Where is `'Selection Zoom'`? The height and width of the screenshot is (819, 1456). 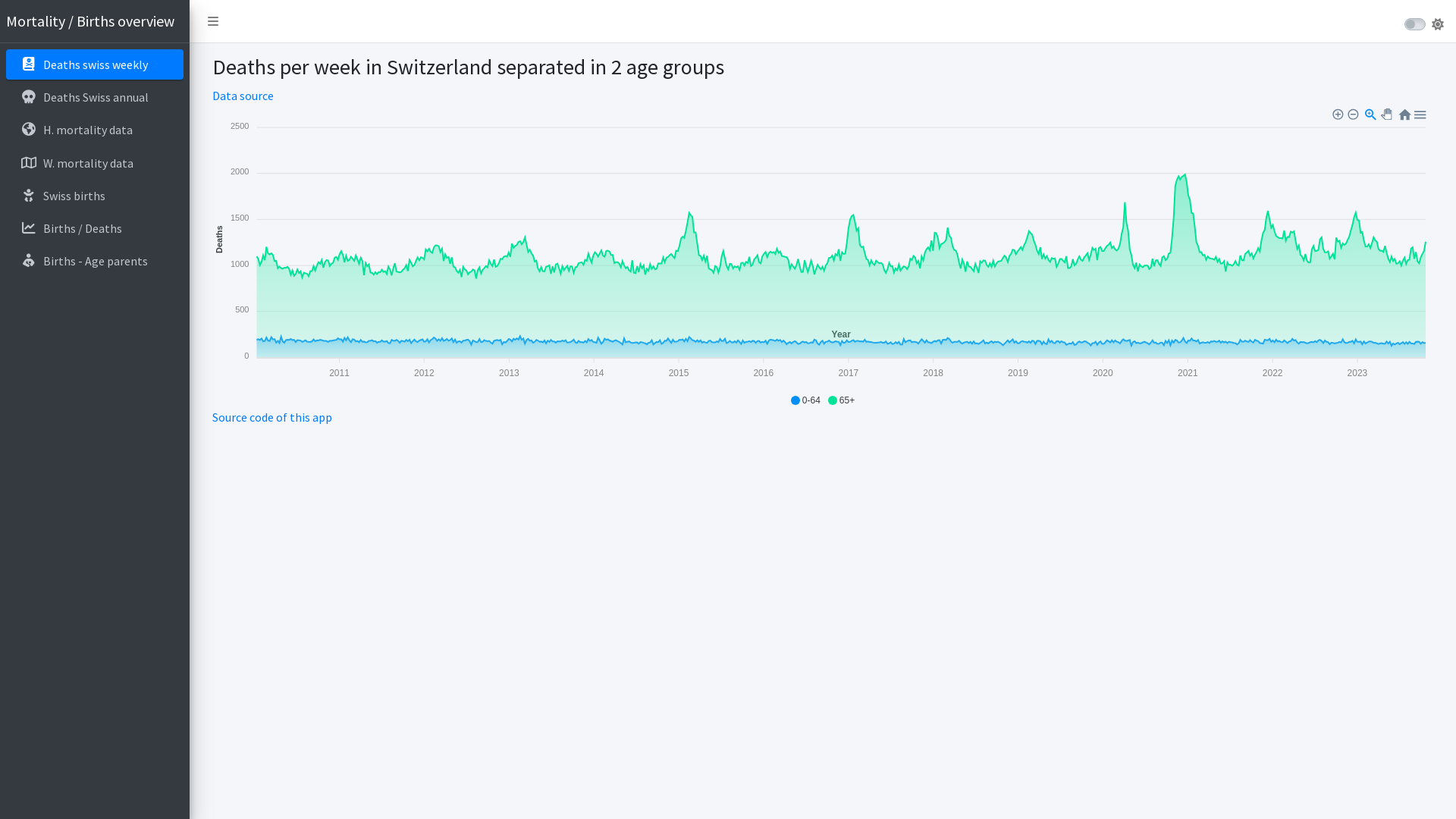
'Selection Zoom' is located at coordinates (1371, 112).